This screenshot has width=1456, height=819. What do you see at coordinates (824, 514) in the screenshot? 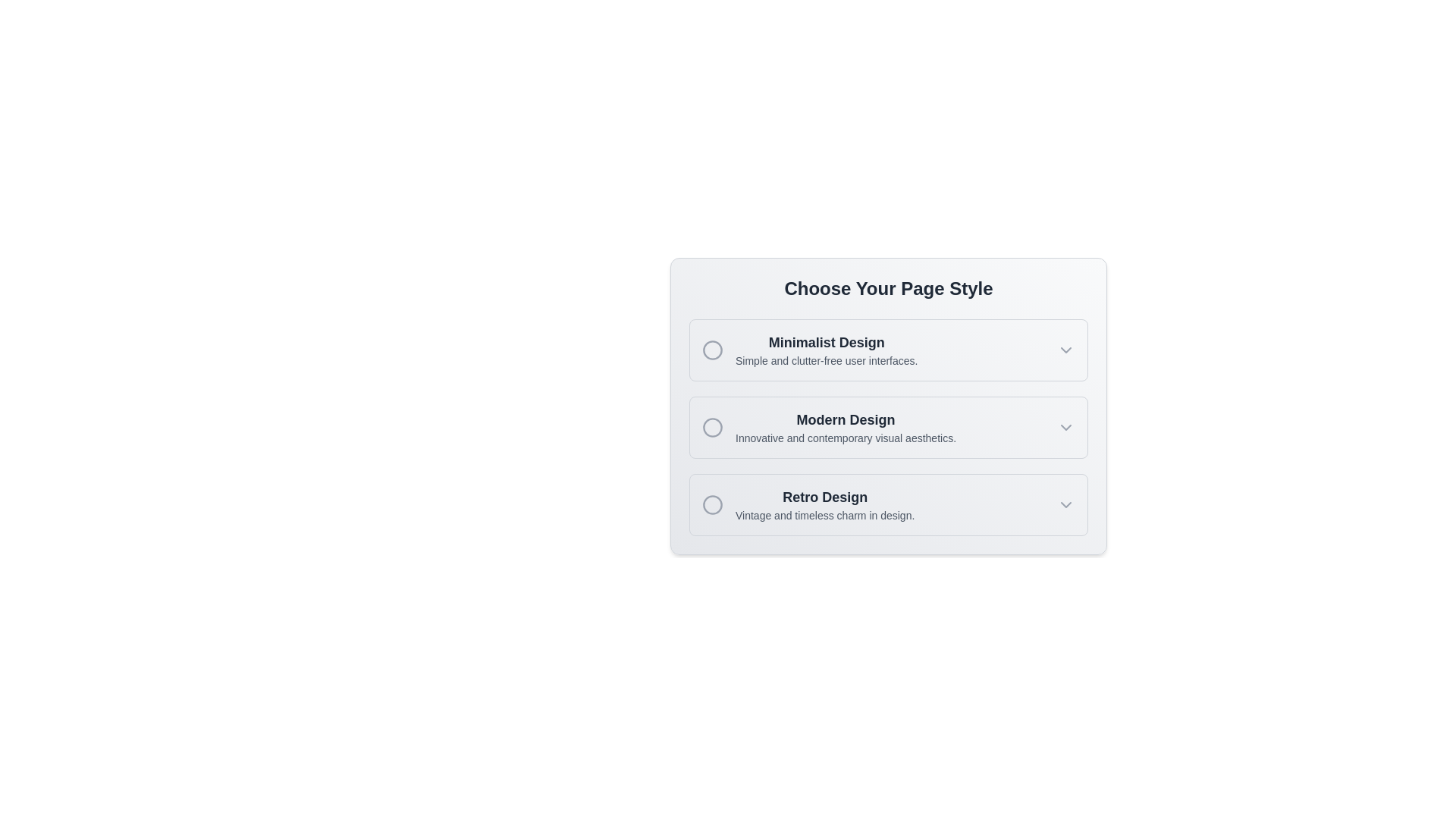
I see `the text label that reads 'Vintage and timeless charm in design.' located beneath the 'Retro Design' heading in the vertical selection menu` at bounding box center [824, 514].